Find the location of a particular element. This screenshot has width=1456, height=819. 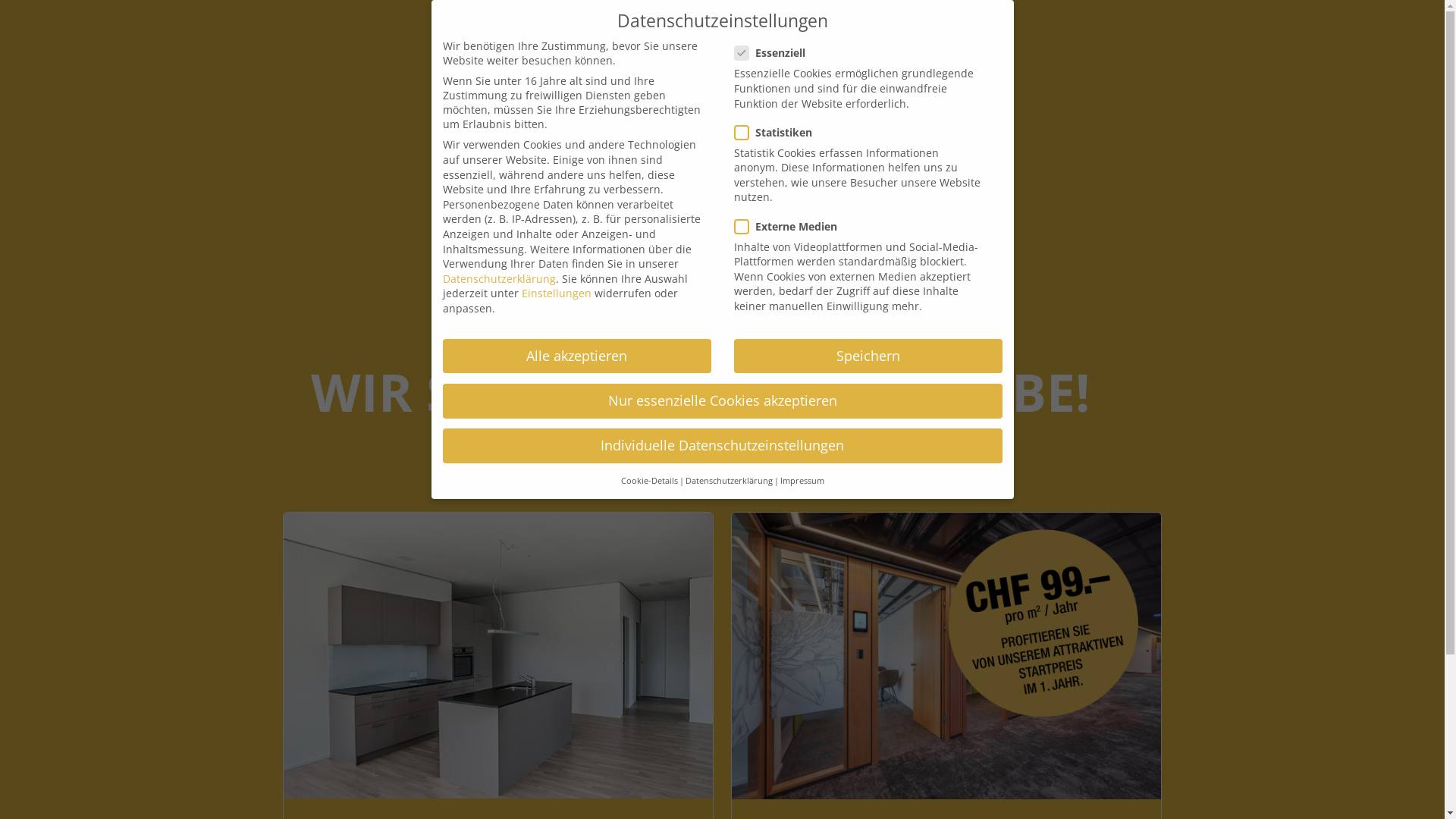

'Speichern' is located at coordinates (868, 356).